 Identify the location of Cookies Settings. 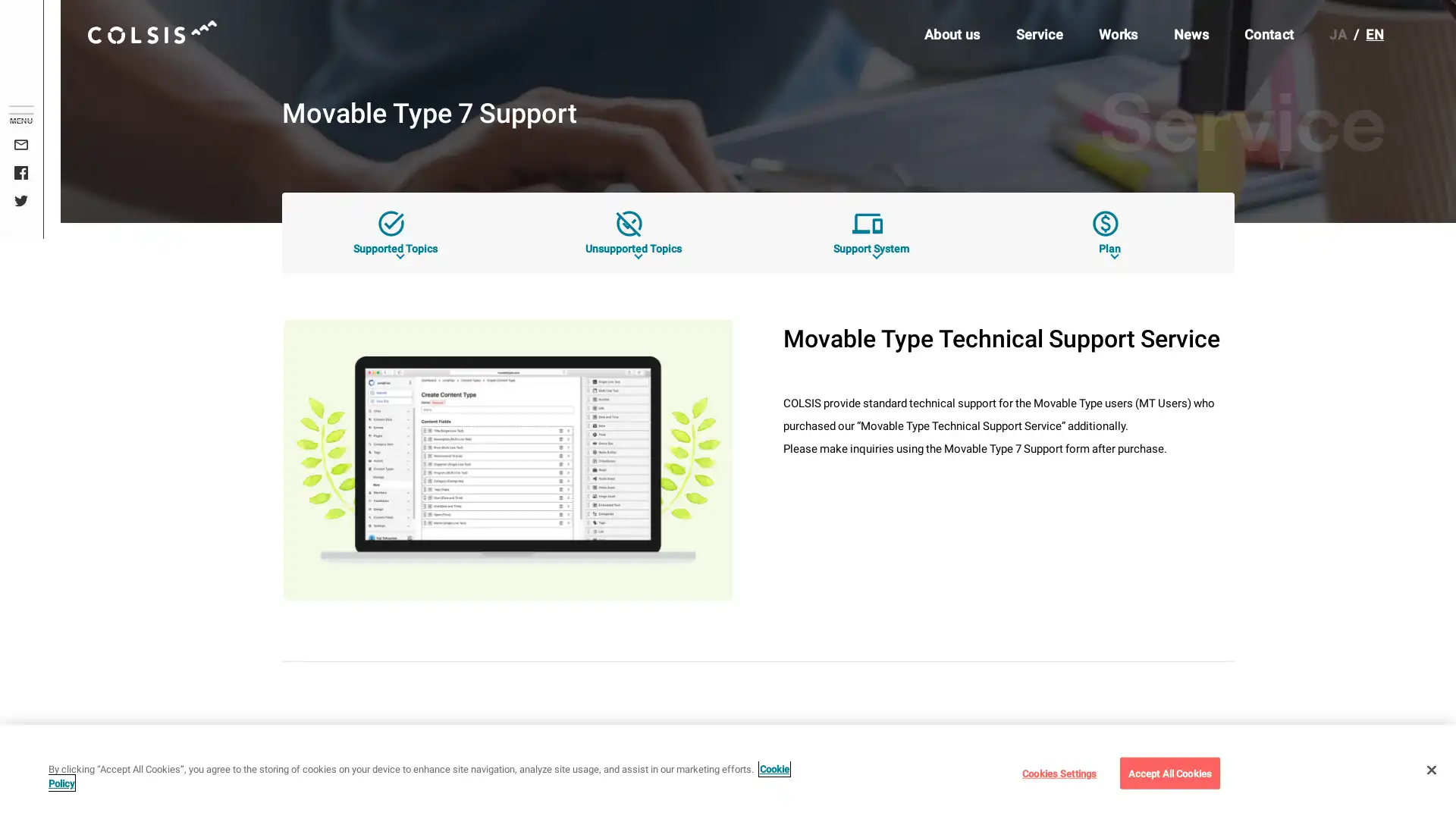
(1058, 772).